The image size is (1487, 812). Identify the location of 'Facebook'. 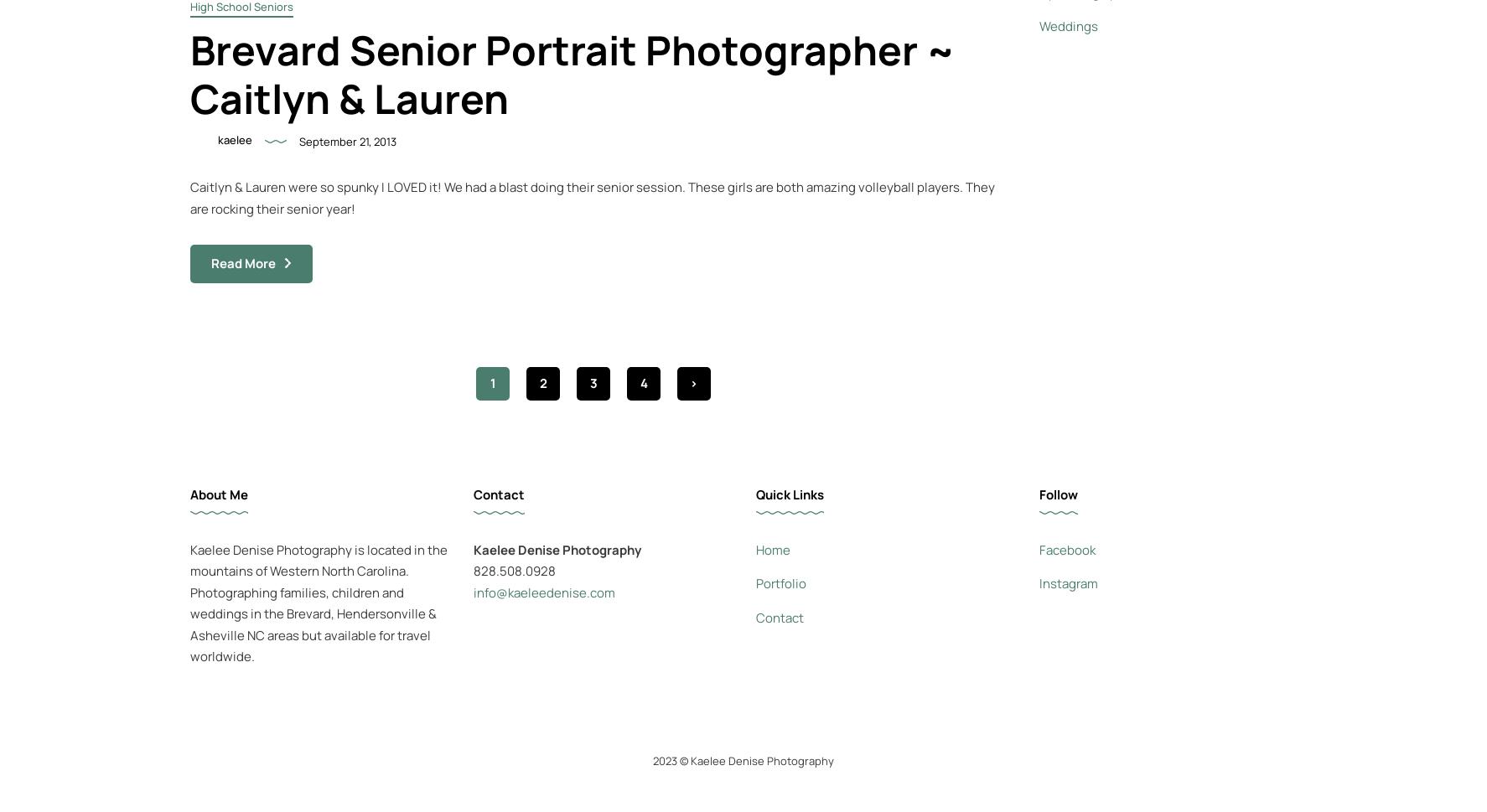
(1038, 549).